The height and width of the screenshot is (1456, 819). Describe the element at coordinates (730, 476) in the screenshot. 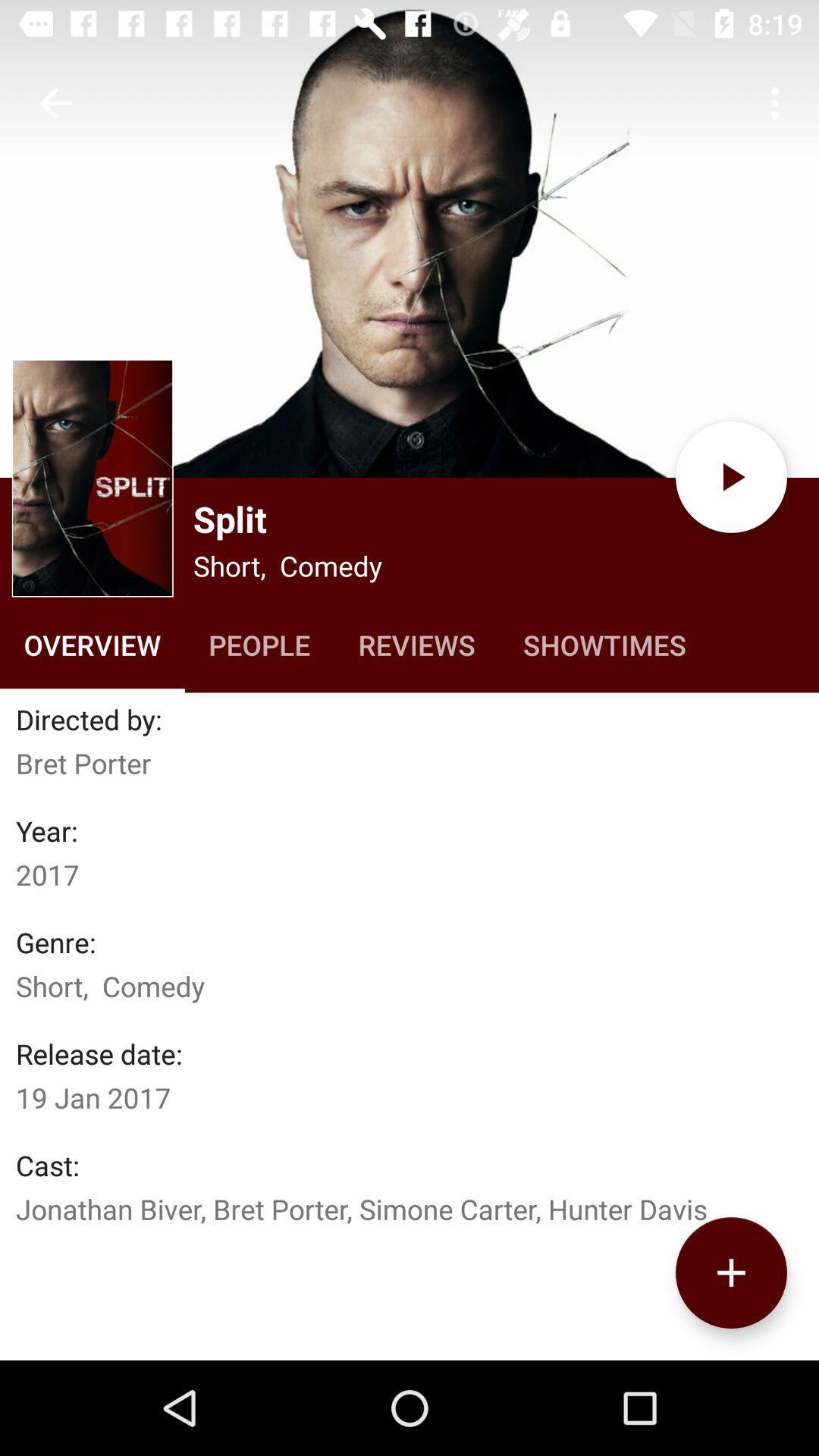

I see `the play icon` at that location.